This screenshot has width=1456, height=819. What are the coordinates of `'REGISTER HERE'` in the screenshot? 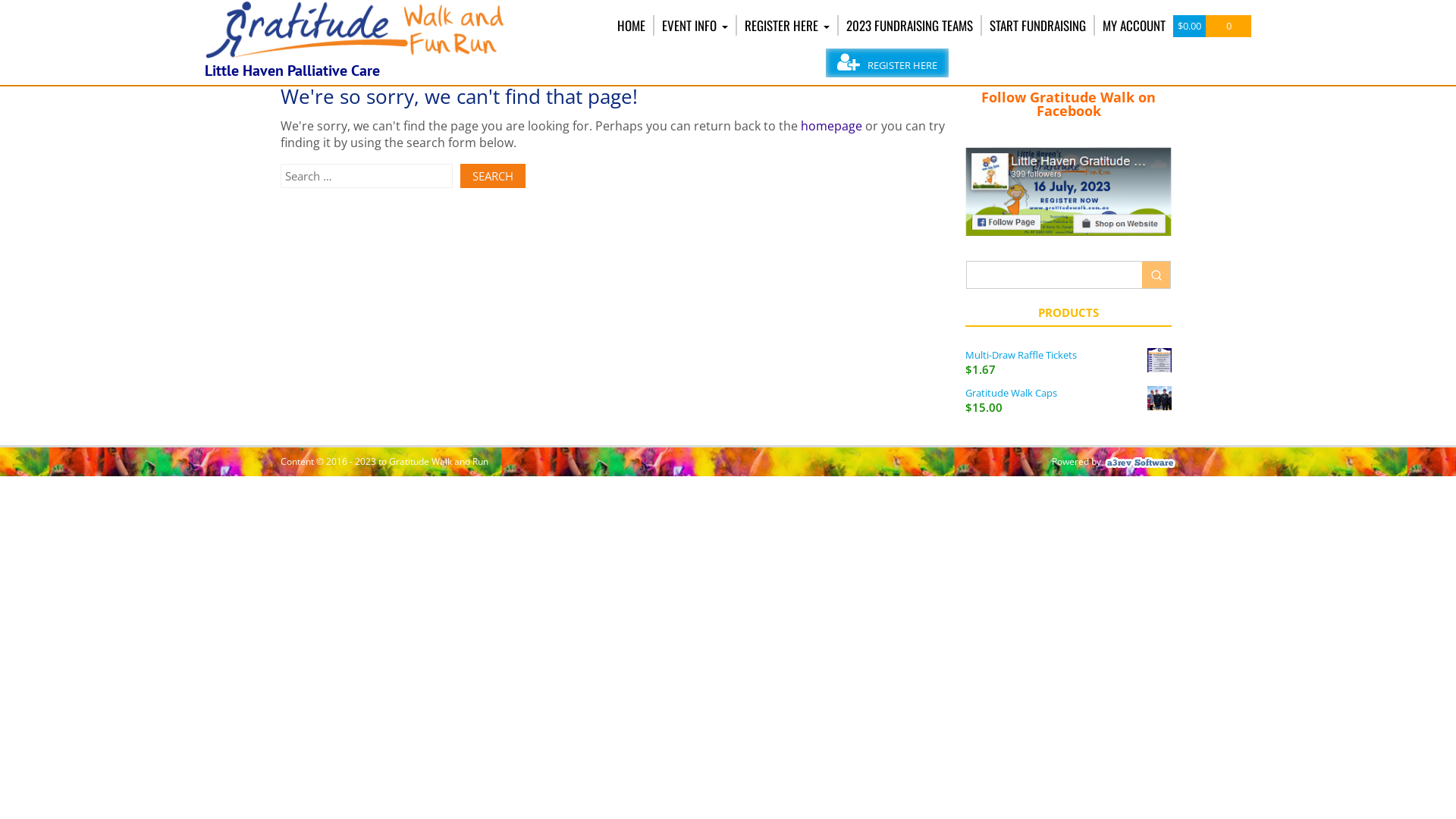 It's located at (887, 62).